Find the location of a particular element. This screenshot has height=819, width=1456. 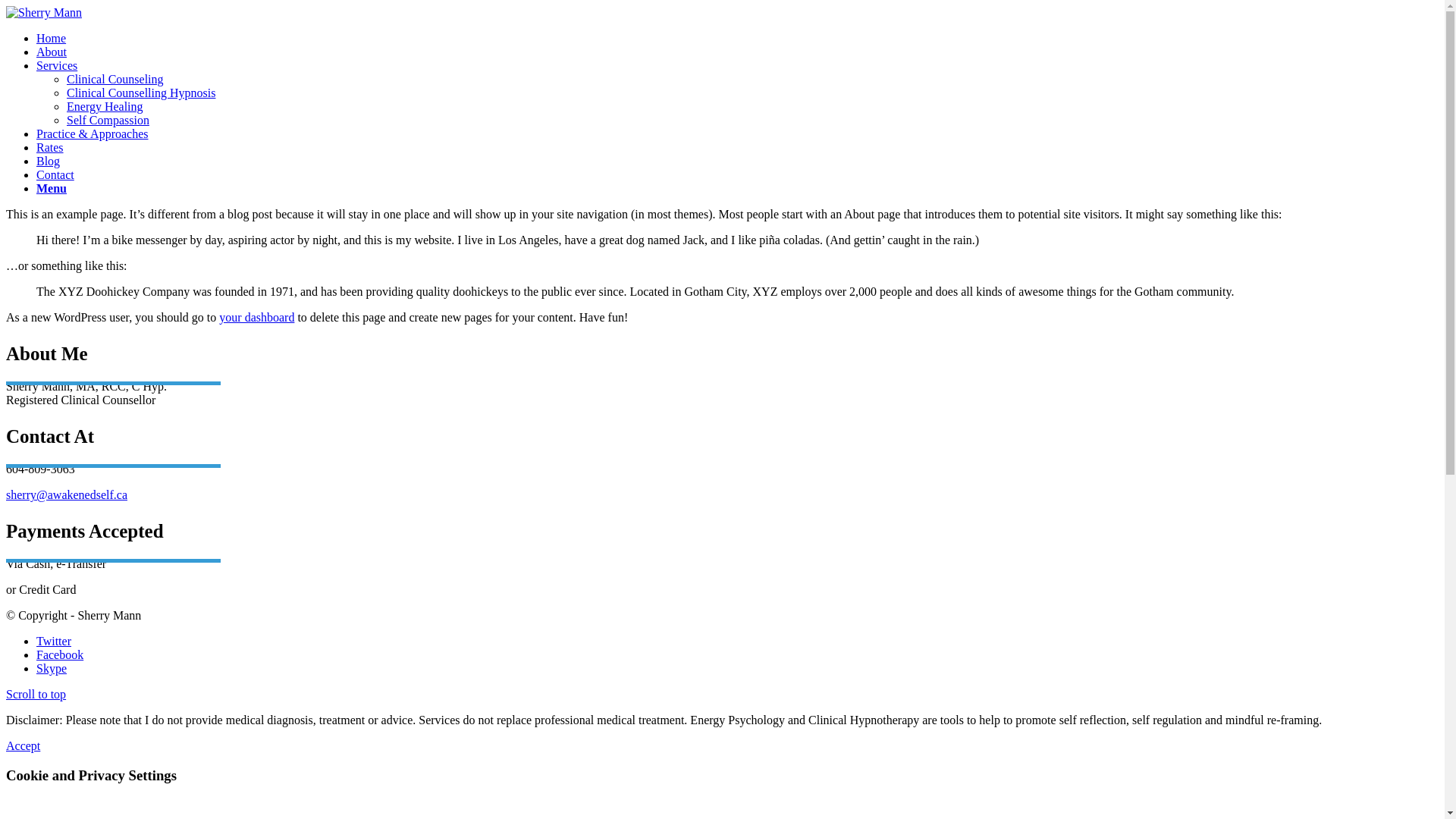

'Facebook' is located at coordinates (59, 654).